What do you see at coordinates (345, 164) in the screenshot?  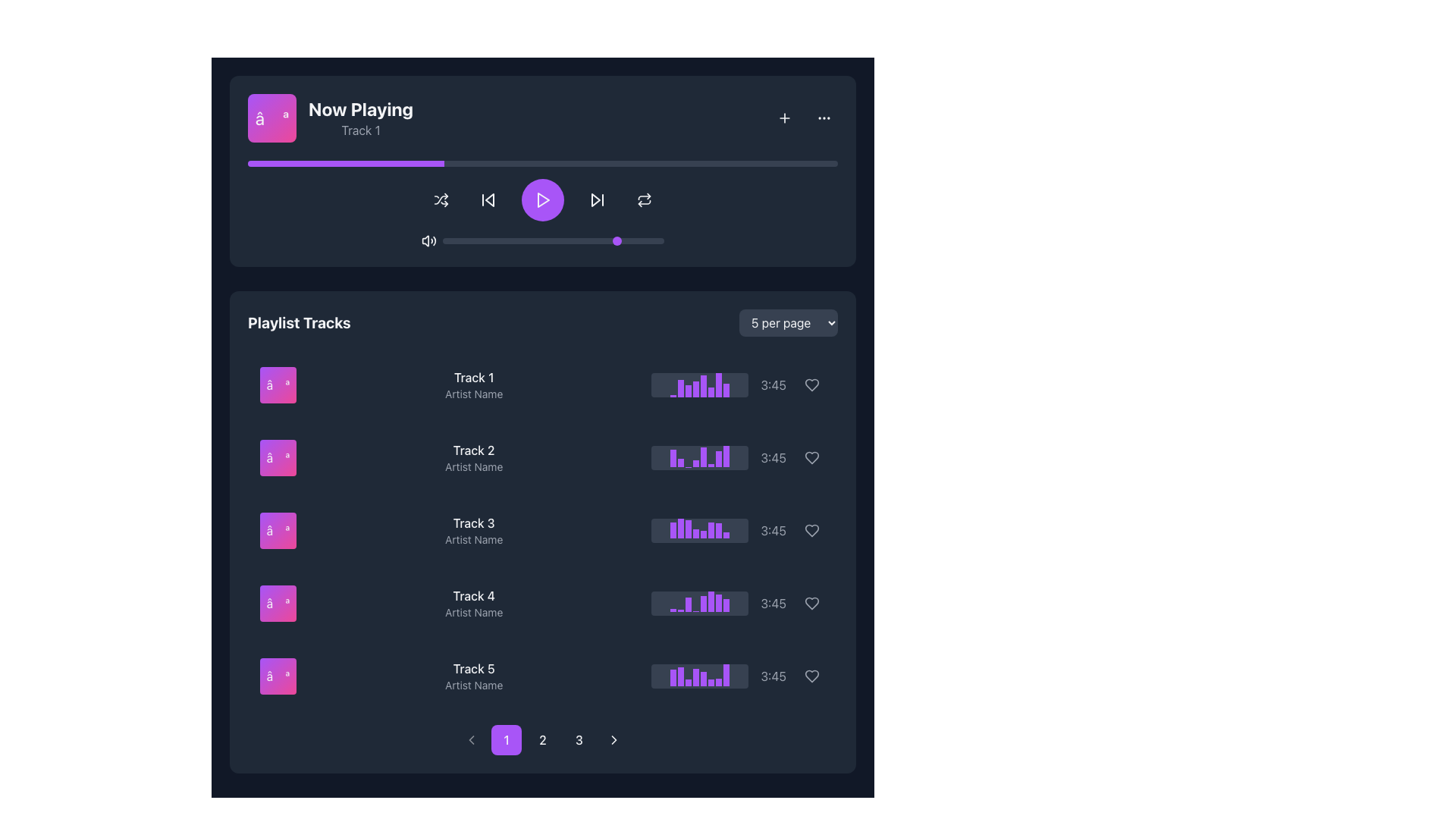 I see `the filled portion of the progress bar in the 'Now Playing' section to skip to a specific position in the media` at bounding box center [345, 164].